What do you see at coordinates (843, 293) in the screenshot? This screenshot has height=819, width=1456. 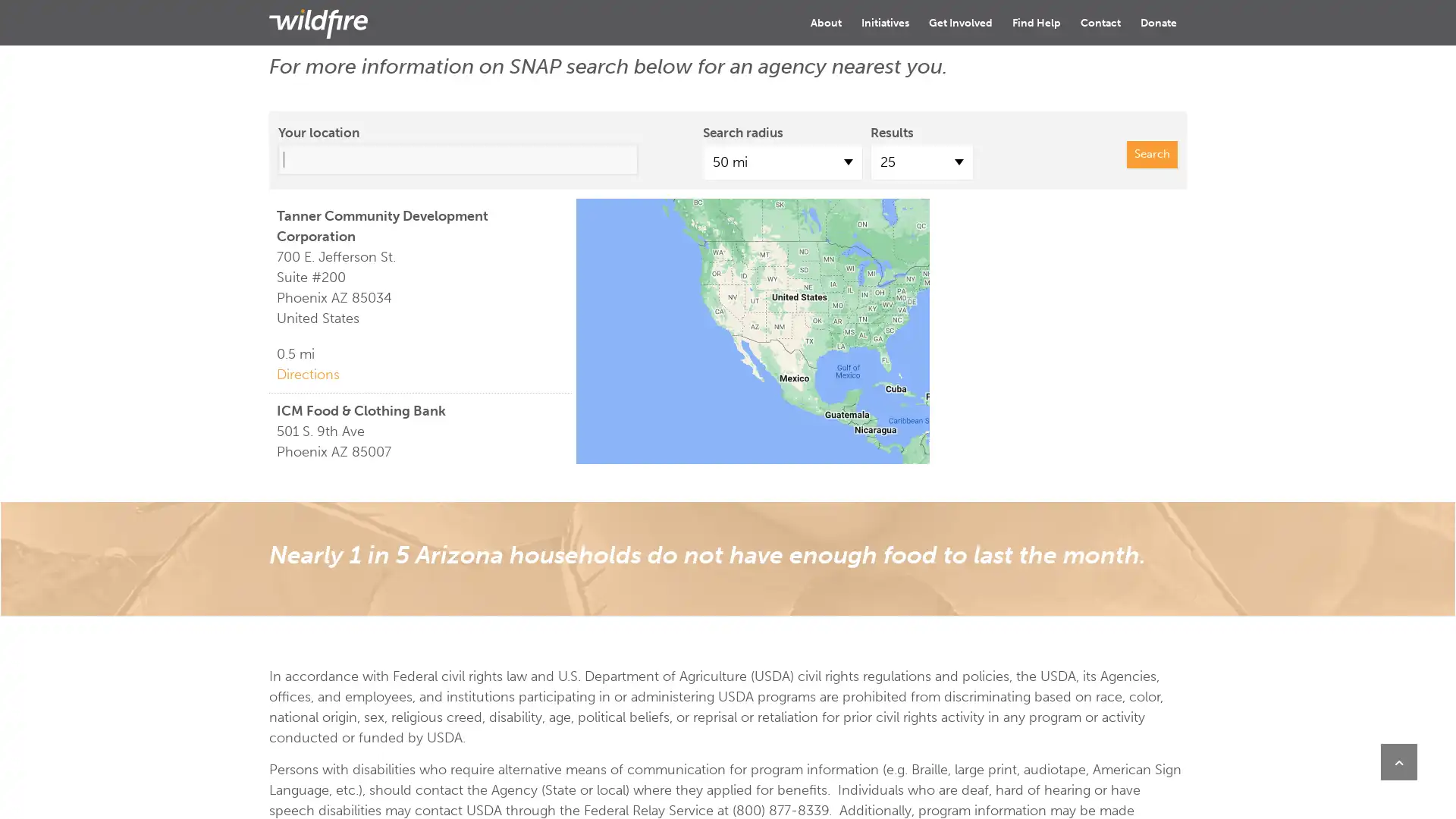 I see `Phoenix Dream Center` at bounding box center [843, 293].